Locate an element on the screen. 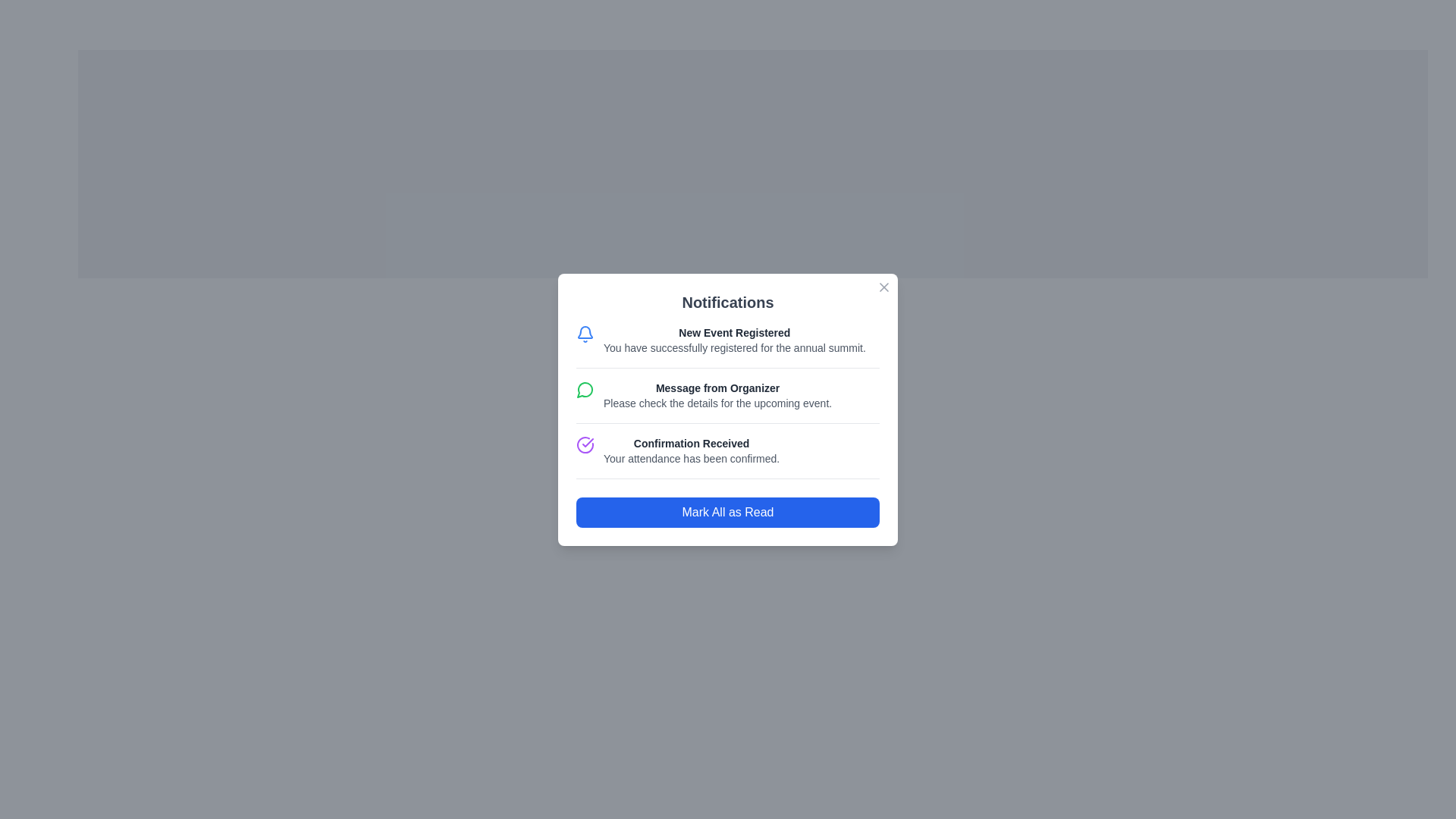 The image size is (1456, 819). the Text Label that serves as a title or heading for the notification, indicating the message is from an organizer is located at coordinates (717, 387).